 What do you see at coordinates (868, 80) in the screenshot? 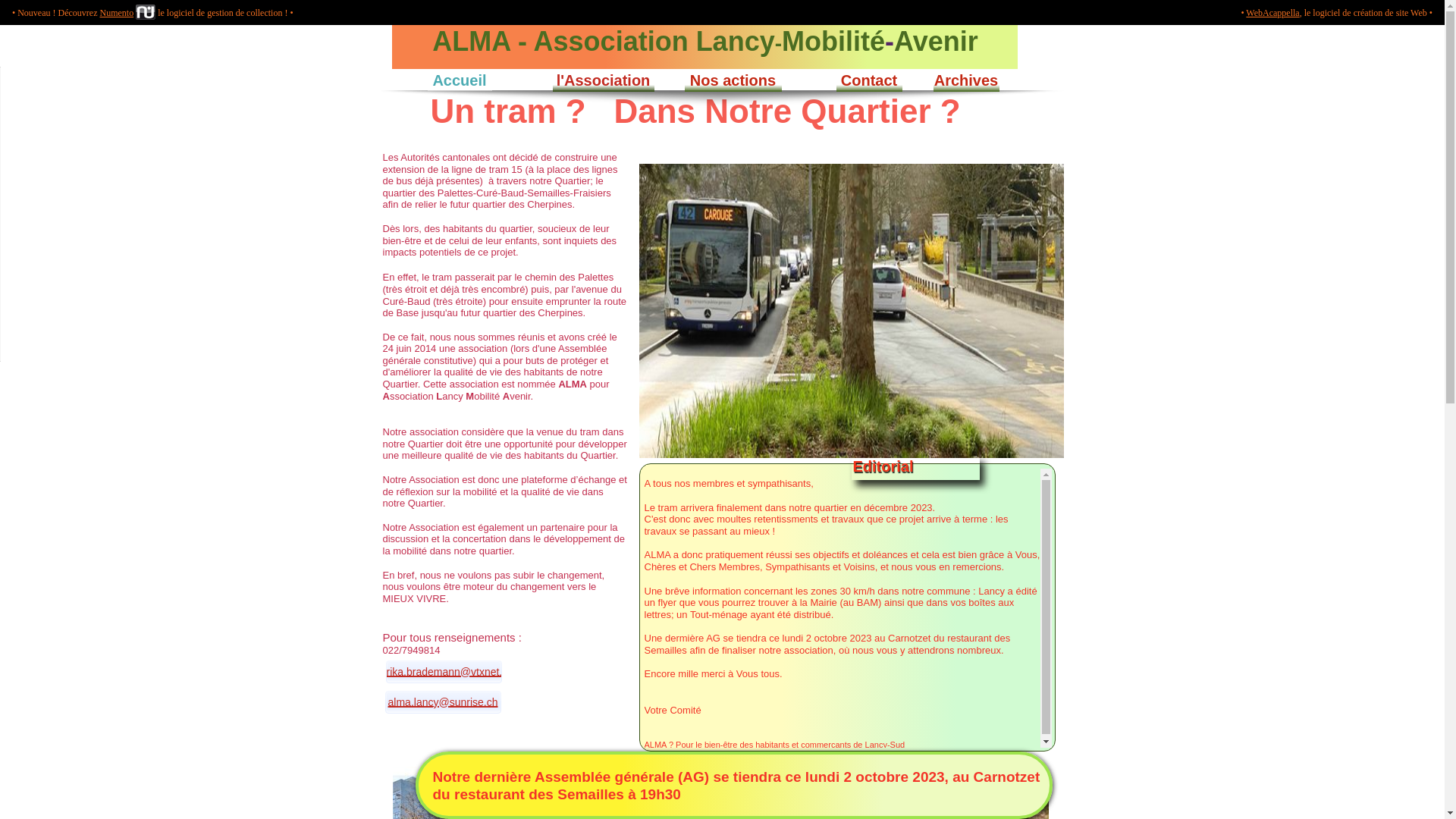
I see `'Contact'` at bounding box center [868, 80].